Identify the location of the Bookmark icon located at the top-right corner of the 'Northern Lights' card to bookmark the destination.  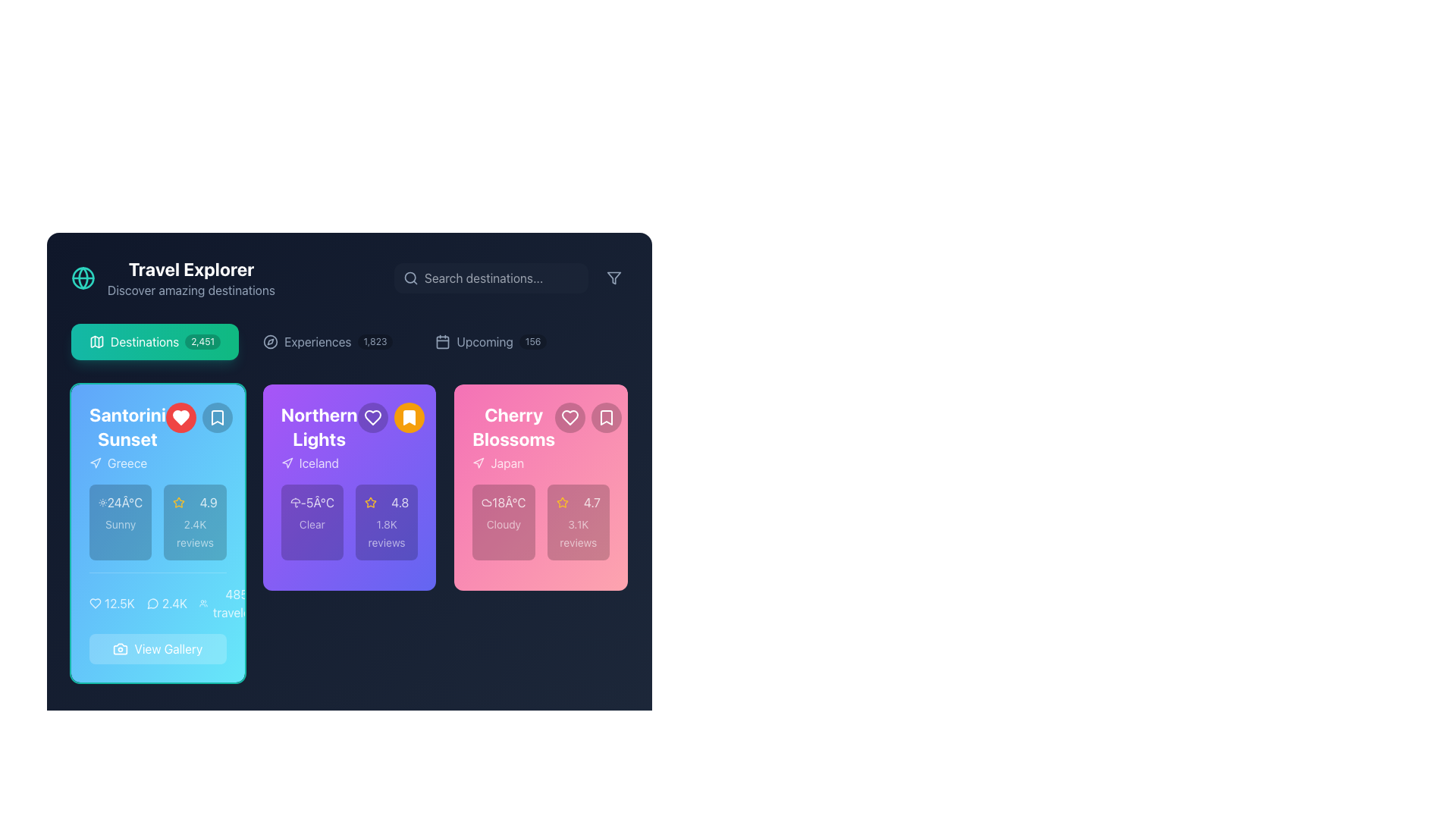
(409, 418).